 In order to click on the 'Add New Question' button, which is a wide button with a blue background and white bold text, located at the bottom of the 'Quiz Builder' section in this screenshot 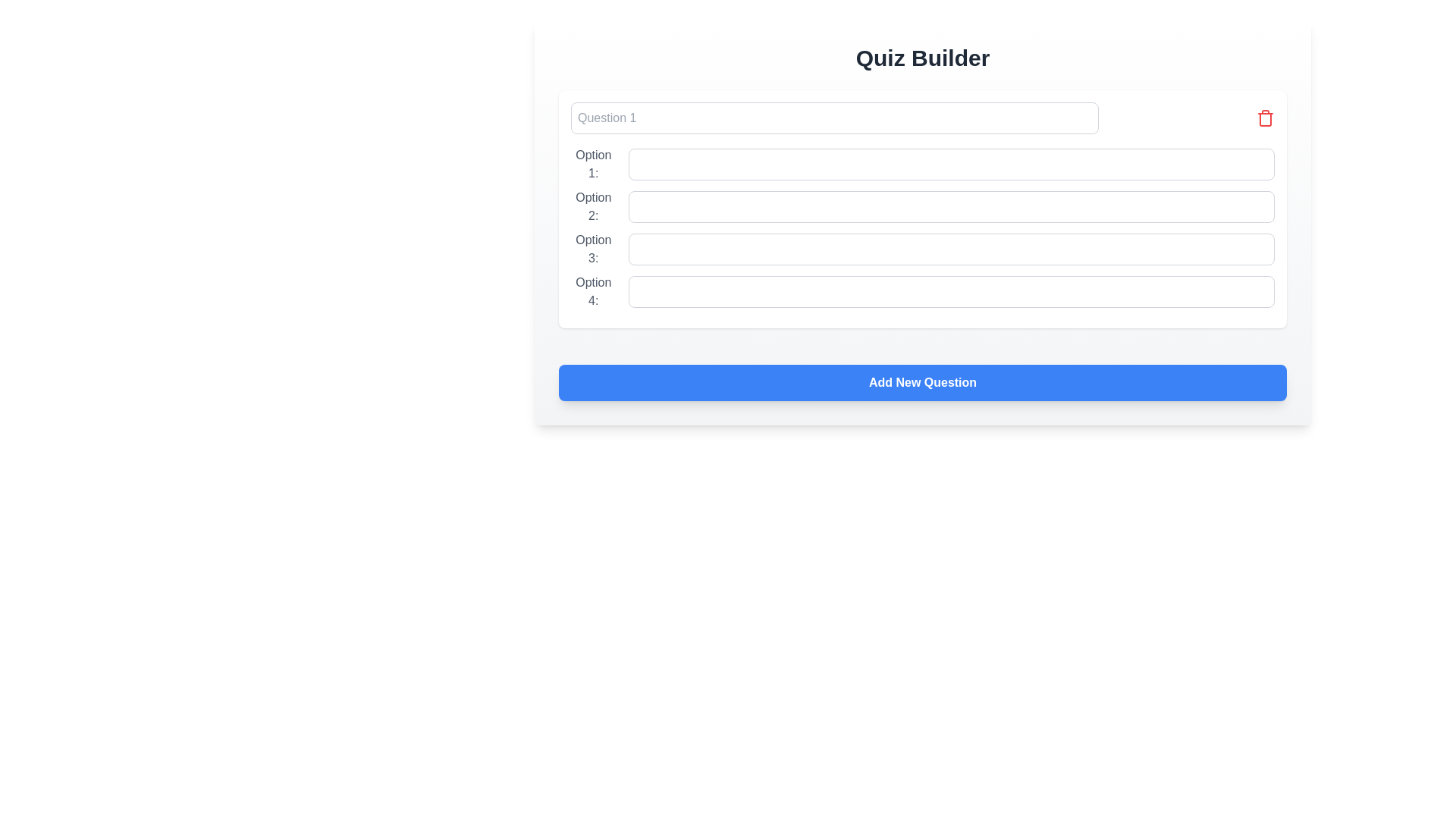, I will do `click(922, 382)`.